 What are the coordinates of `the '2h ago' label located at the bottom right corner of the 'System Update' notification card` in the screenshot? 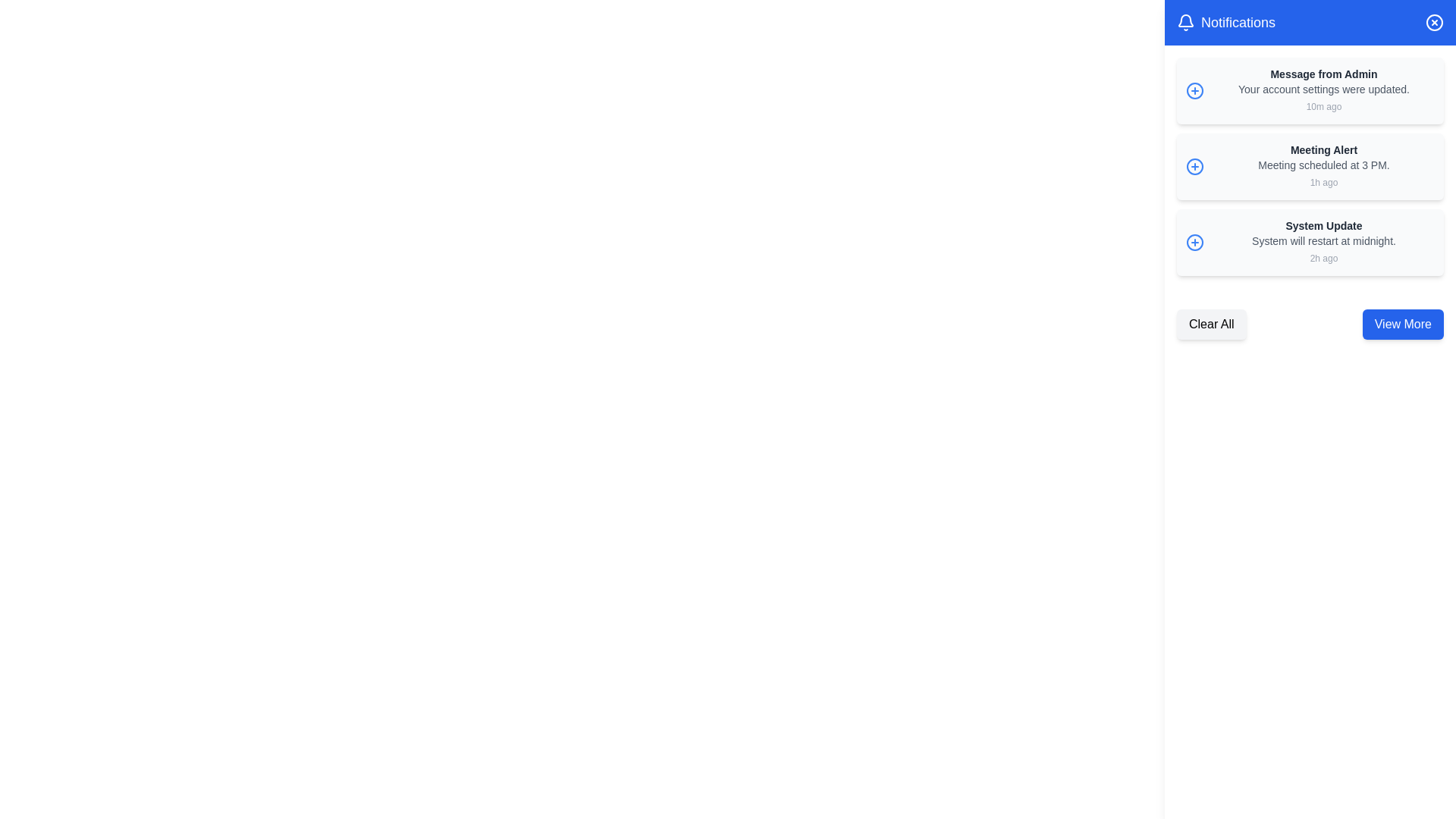 It's located at (1323, 257).